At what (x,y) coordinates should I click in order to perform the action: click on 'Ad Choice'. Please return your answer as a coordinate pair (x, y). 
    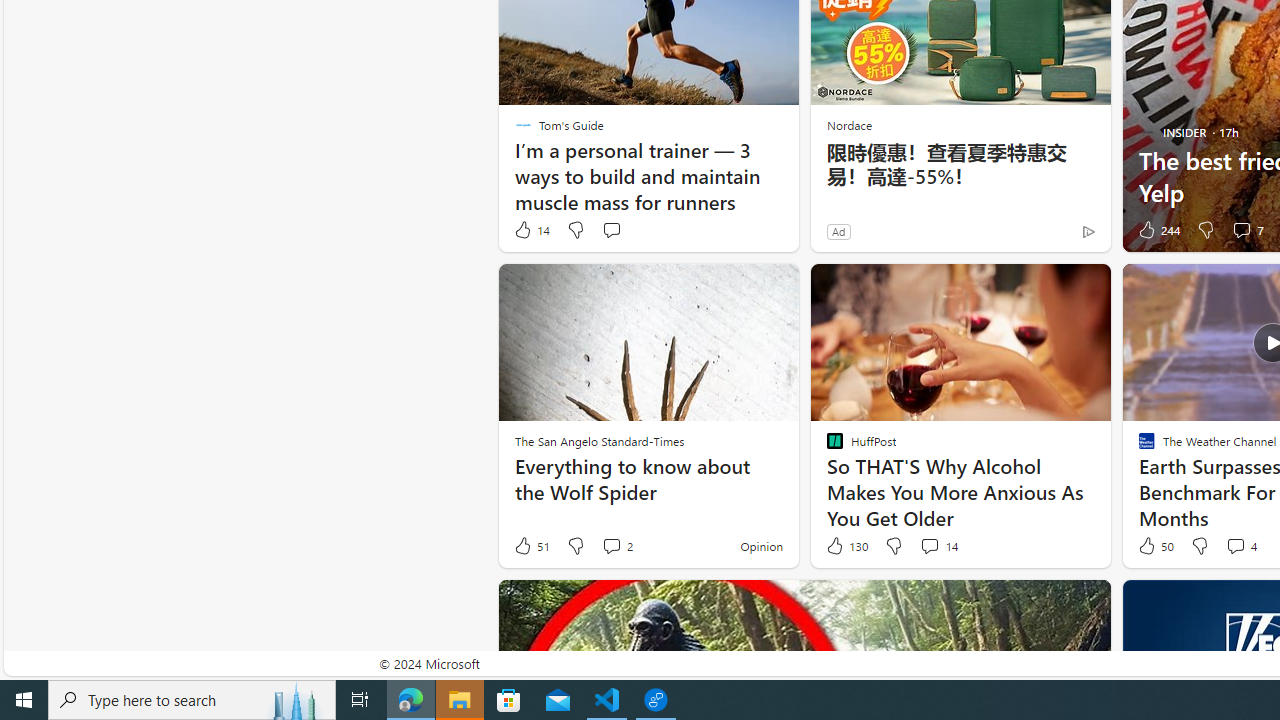
    Looking at the image, I should click on (1087, 230).